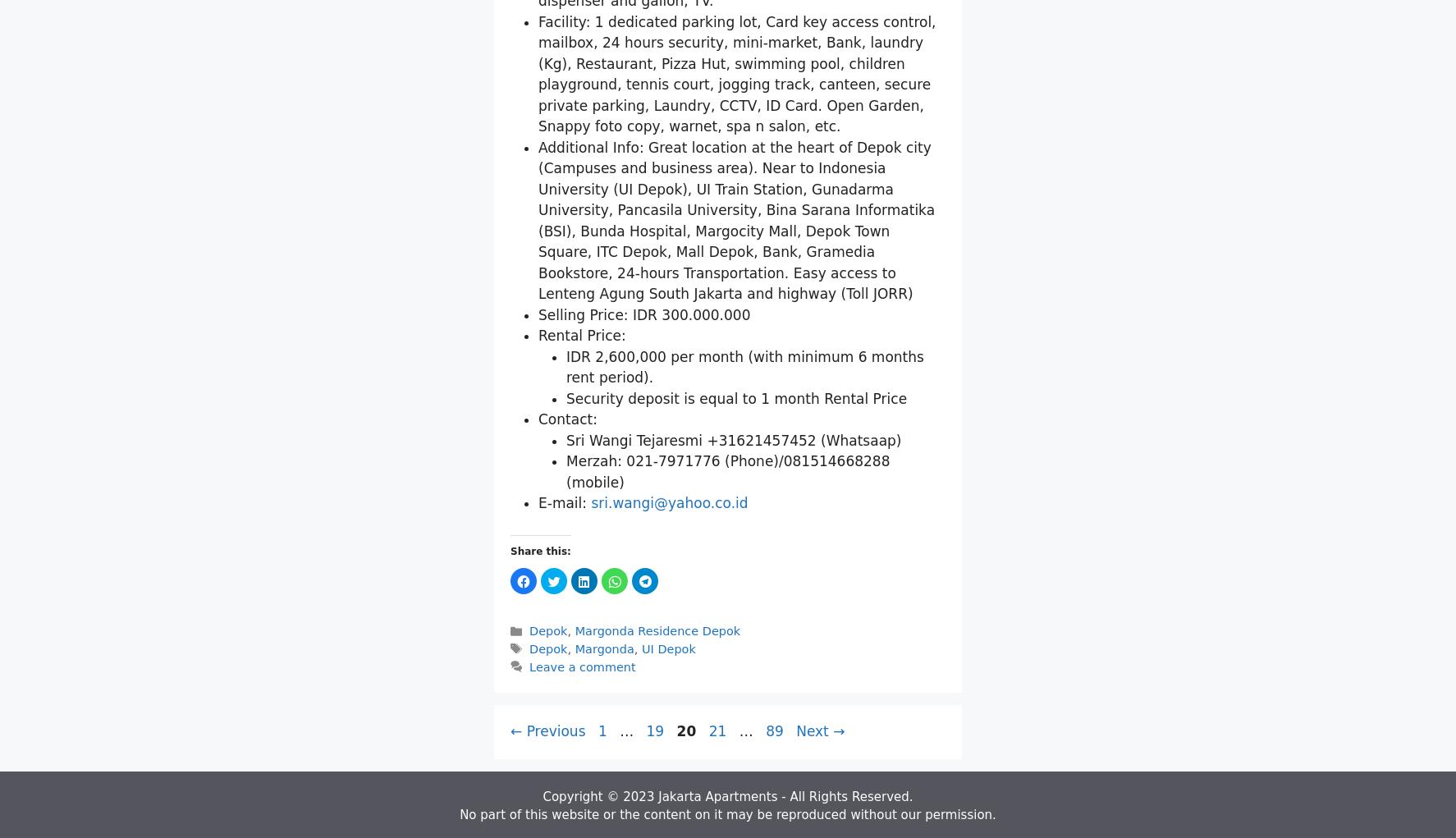  Describe the element at coordinates (735, 588) in the screenshot. I see `'Security deposit is equal to 1 month Rental Price'` at that location.